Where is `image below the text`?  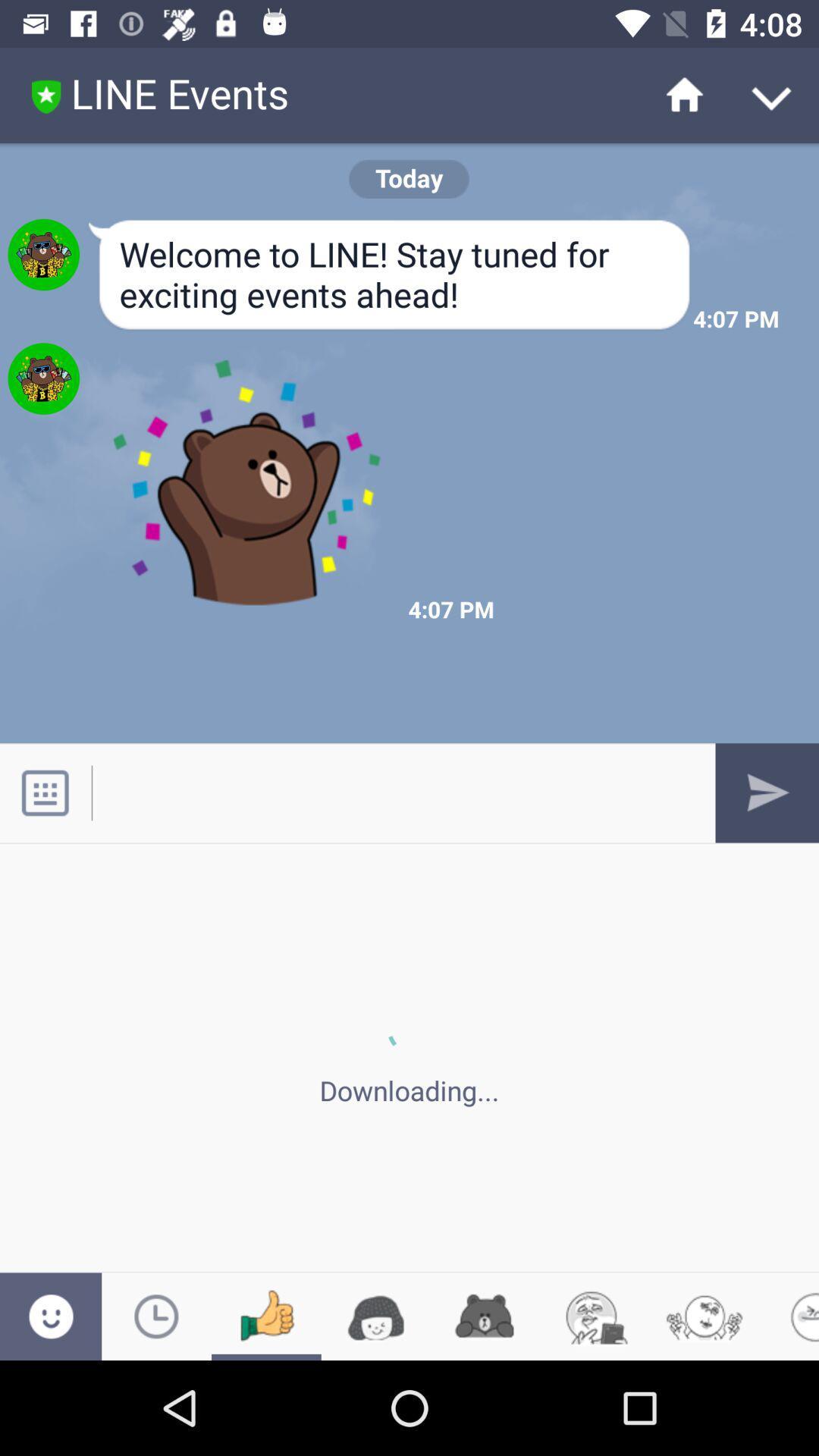 image below the text is located at coordinates (247, 482).